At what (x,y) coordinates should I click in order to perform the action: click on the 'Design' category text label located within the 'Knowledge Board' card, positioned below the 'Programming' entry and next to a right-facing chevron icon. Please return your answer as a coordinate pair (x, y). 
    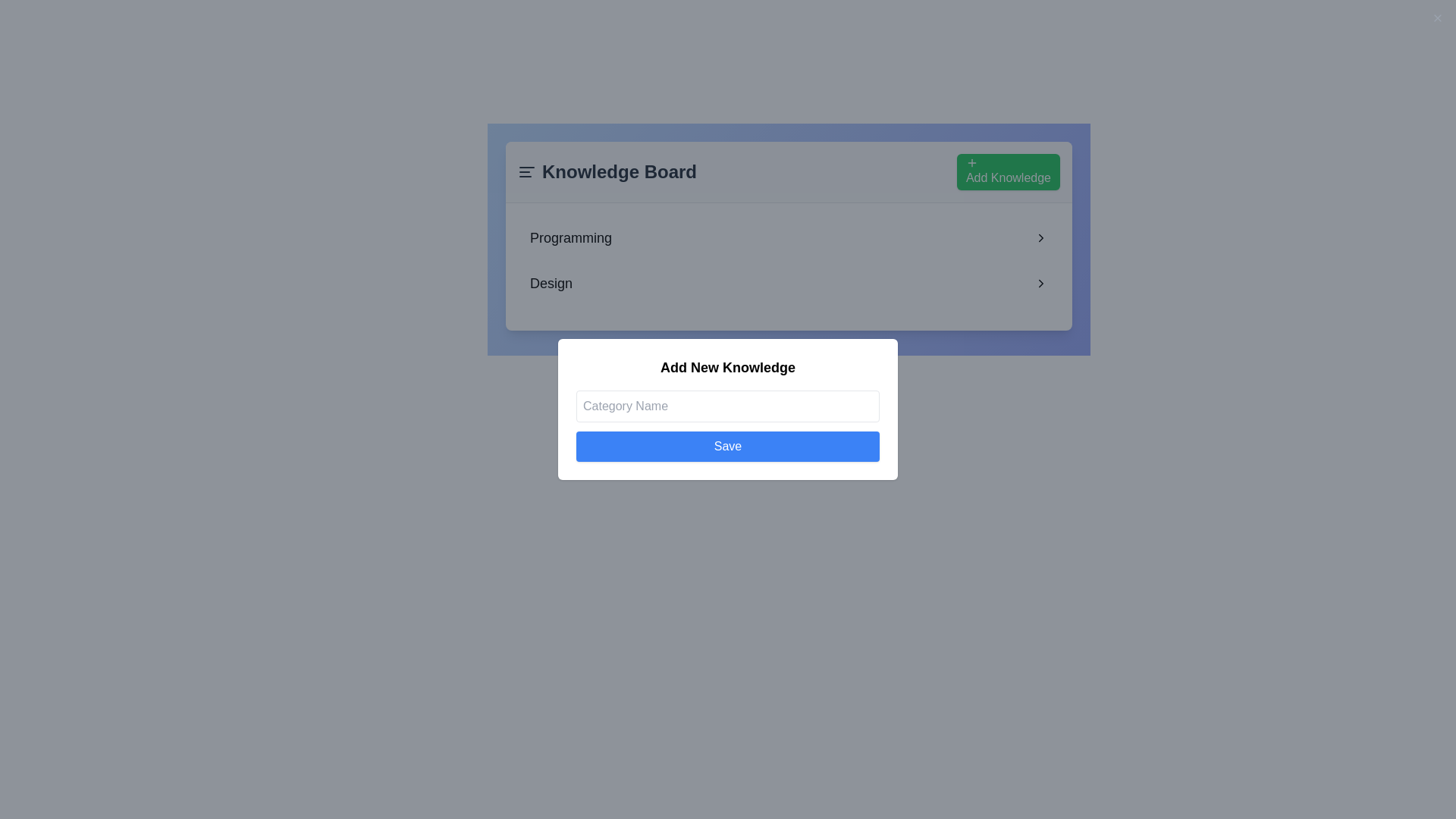
    Looking at the image, I should click on (551, 284).